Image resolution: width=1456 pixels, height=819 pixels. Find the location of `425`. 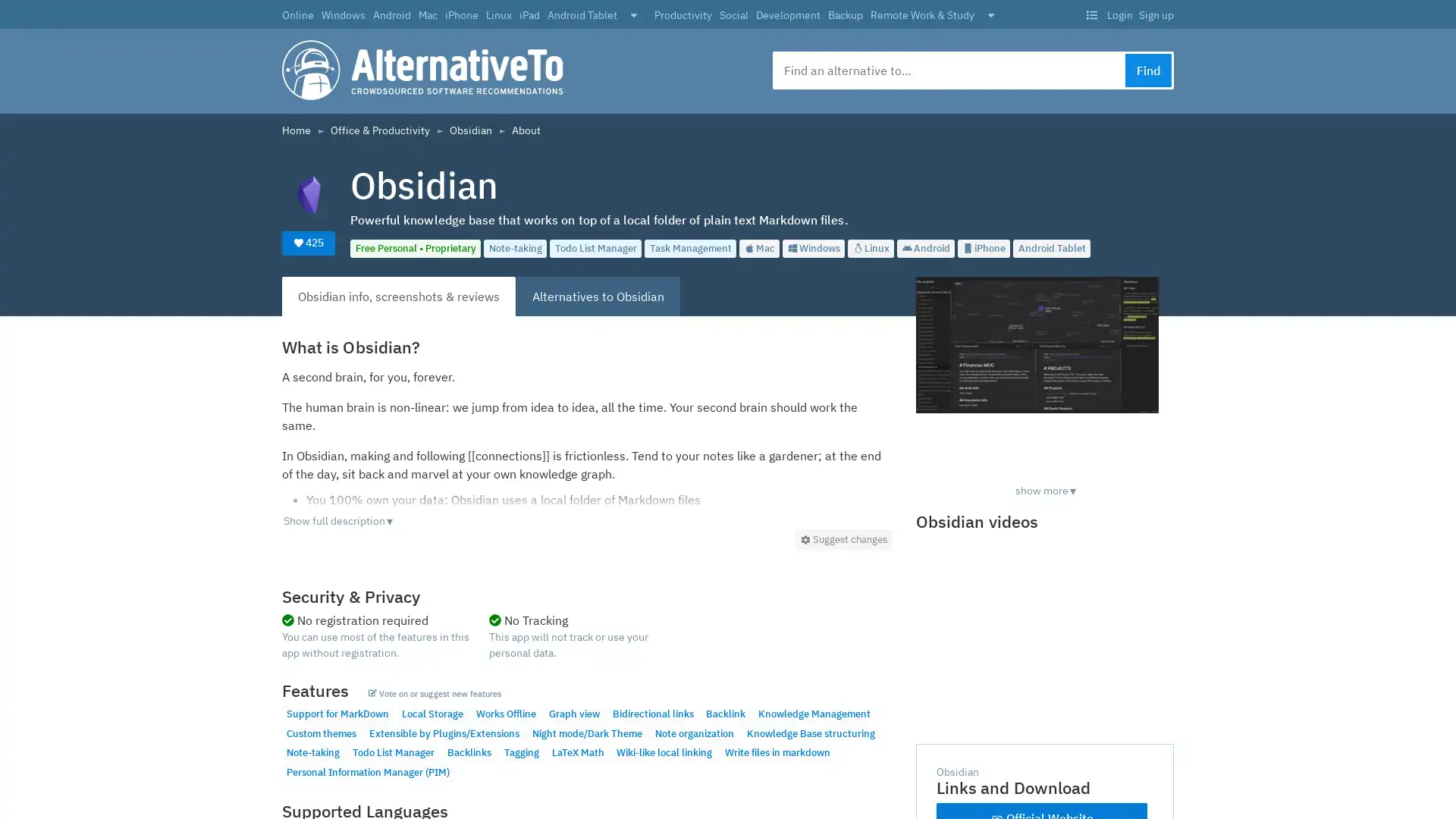

425 is located at coordinates (308, 242).